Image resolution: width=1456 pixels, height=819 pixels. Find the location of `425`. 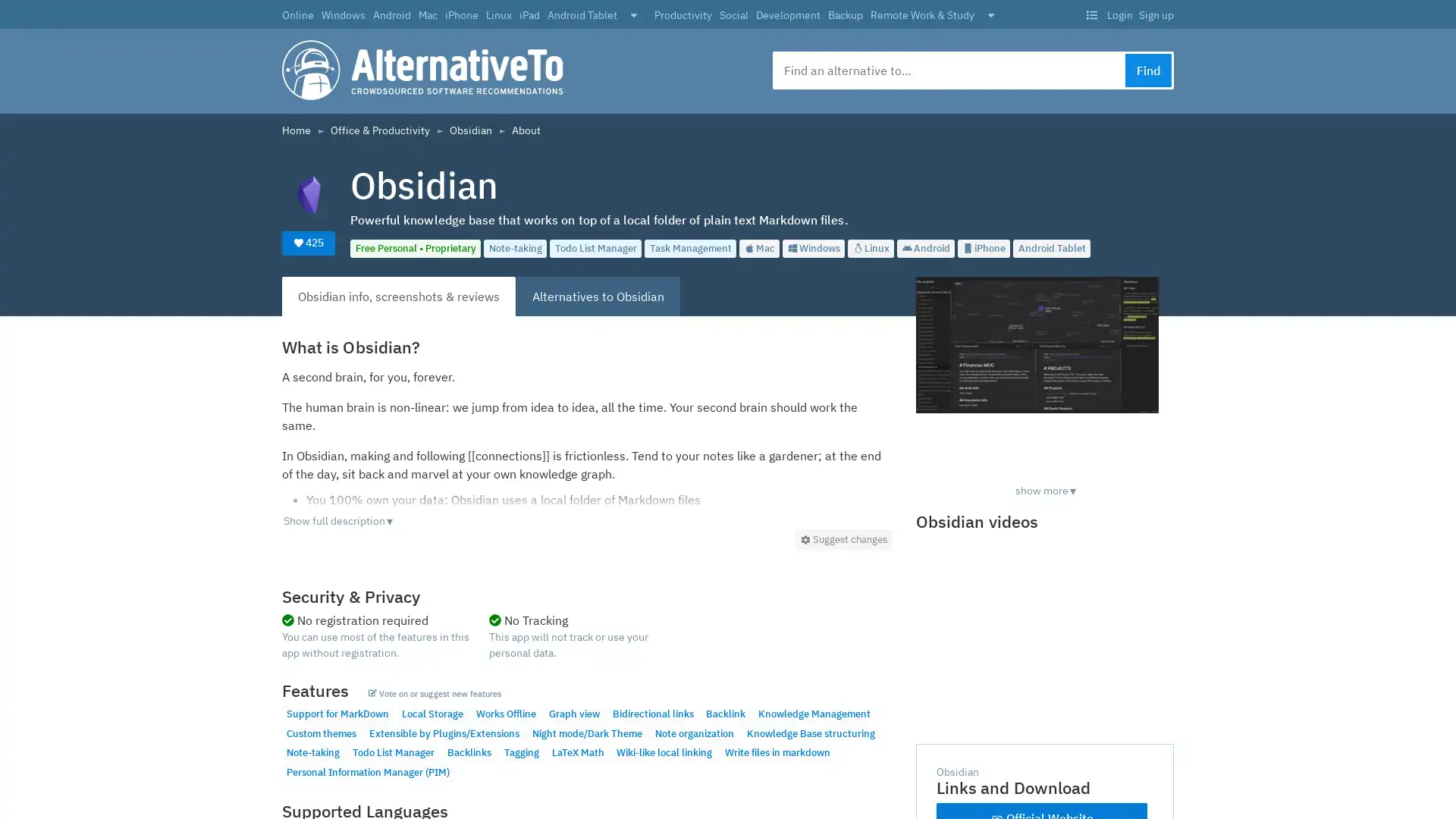

425 is located at coordinates (308, 242).